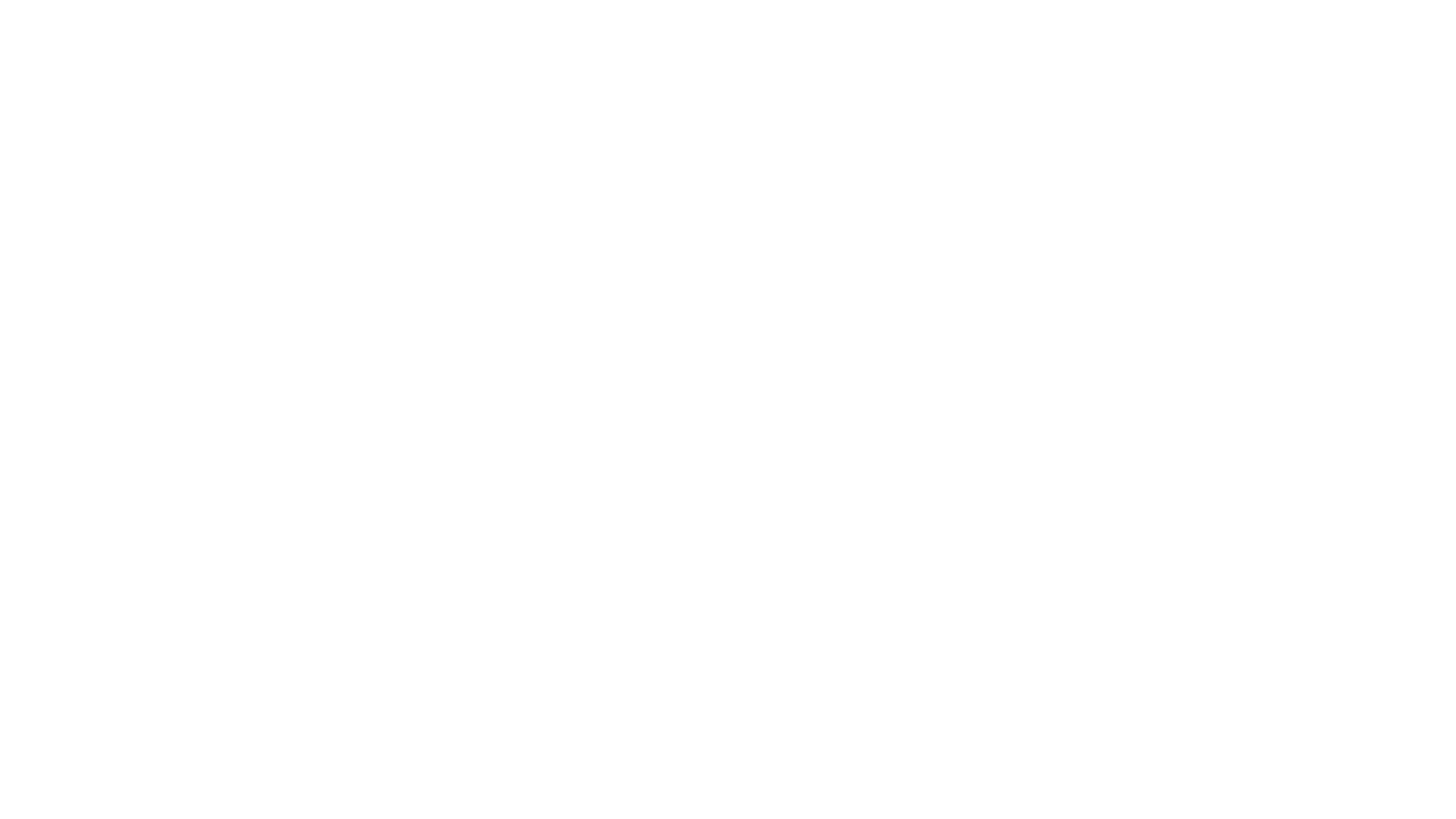 This screenshot has height=819, width=1456. I want to click on Ecology and Evolutionary Biology, so click(824, 513).